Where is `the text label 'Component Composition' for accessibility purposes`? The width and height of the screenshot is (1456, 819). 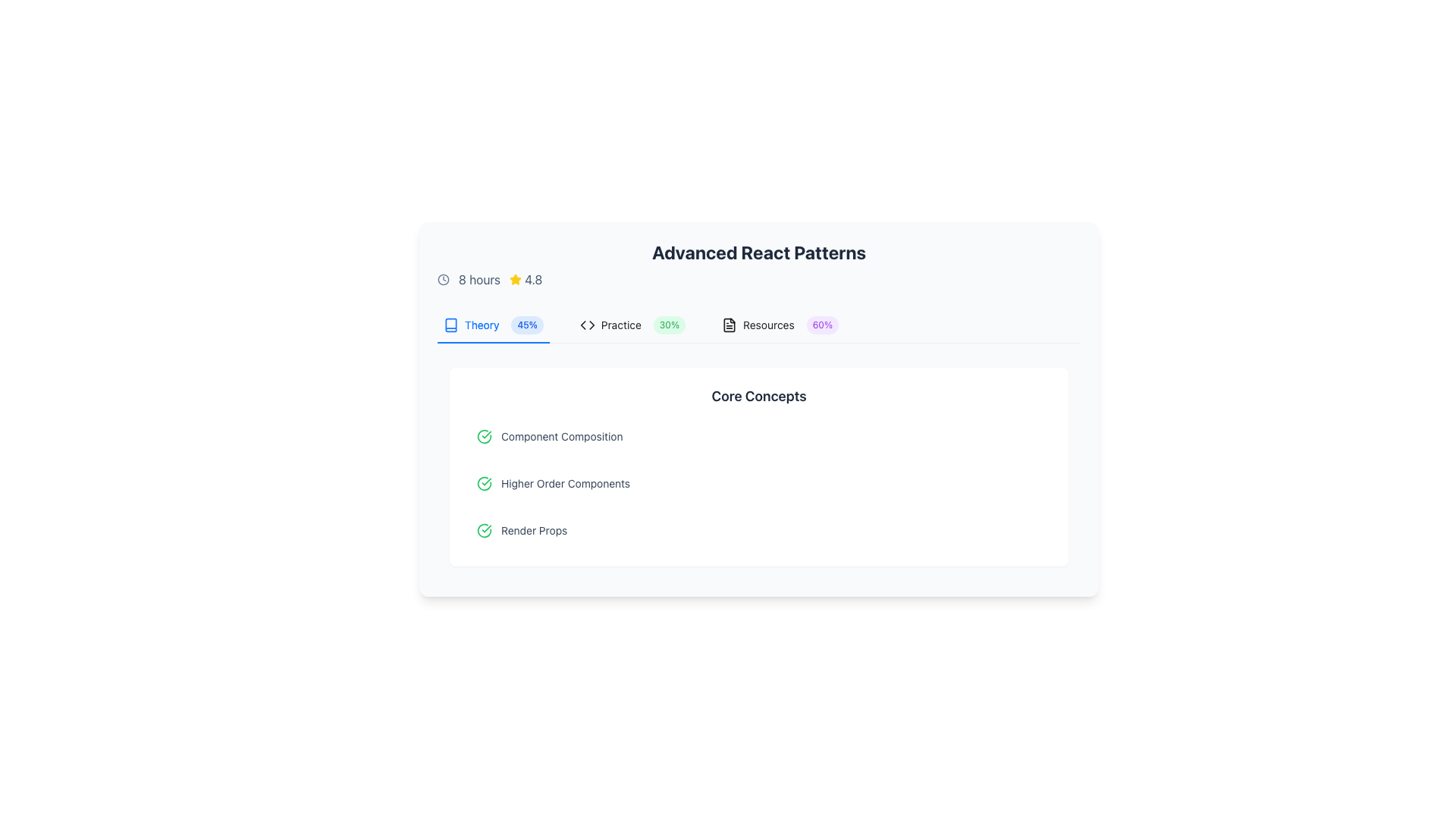 the text label 'Component Composition' for accessibility purposes is located at coordinates (561, 436).